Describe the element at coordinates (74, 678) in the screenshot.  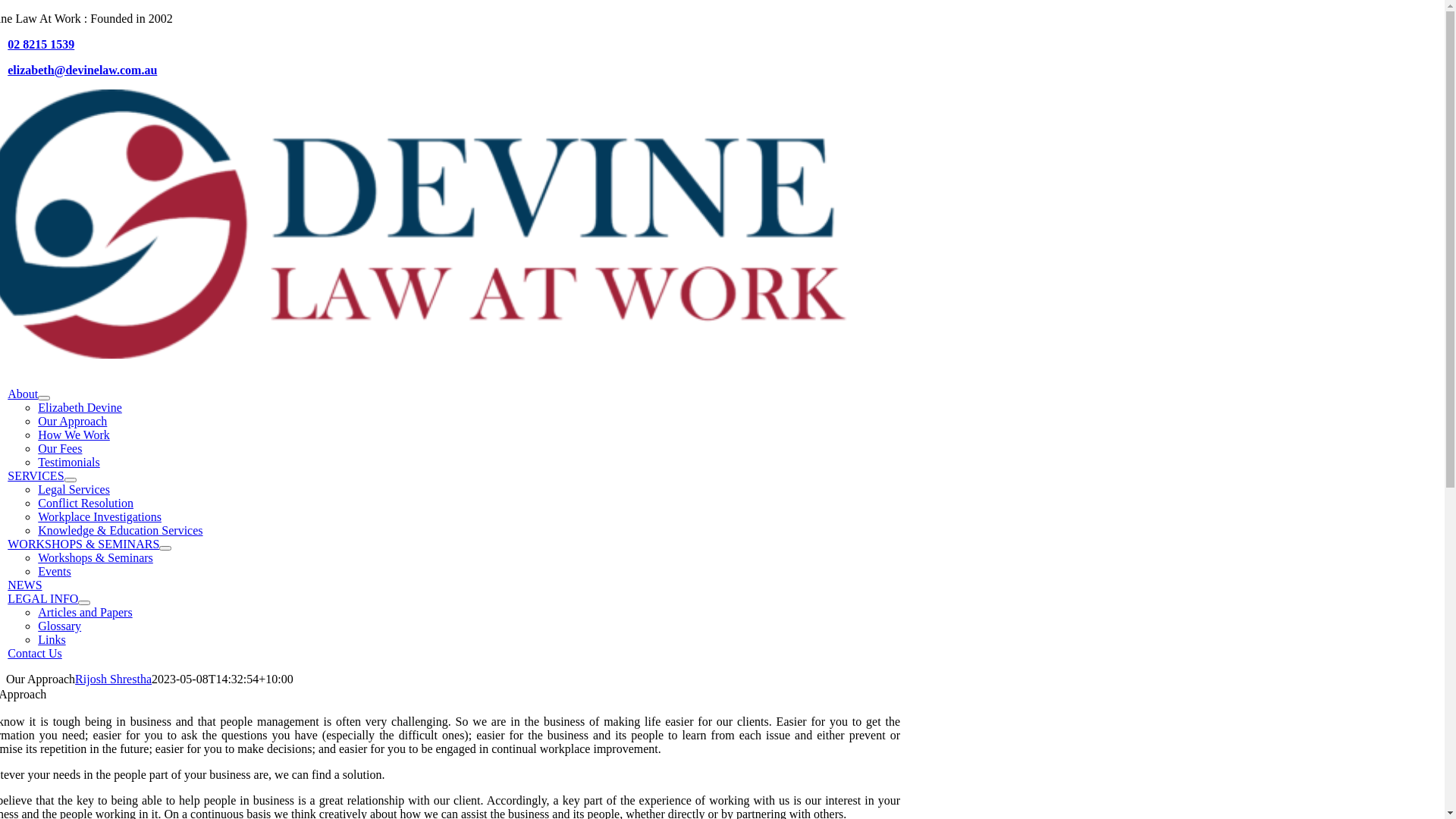
I see `'Rijosh Shrestha'` at that location.